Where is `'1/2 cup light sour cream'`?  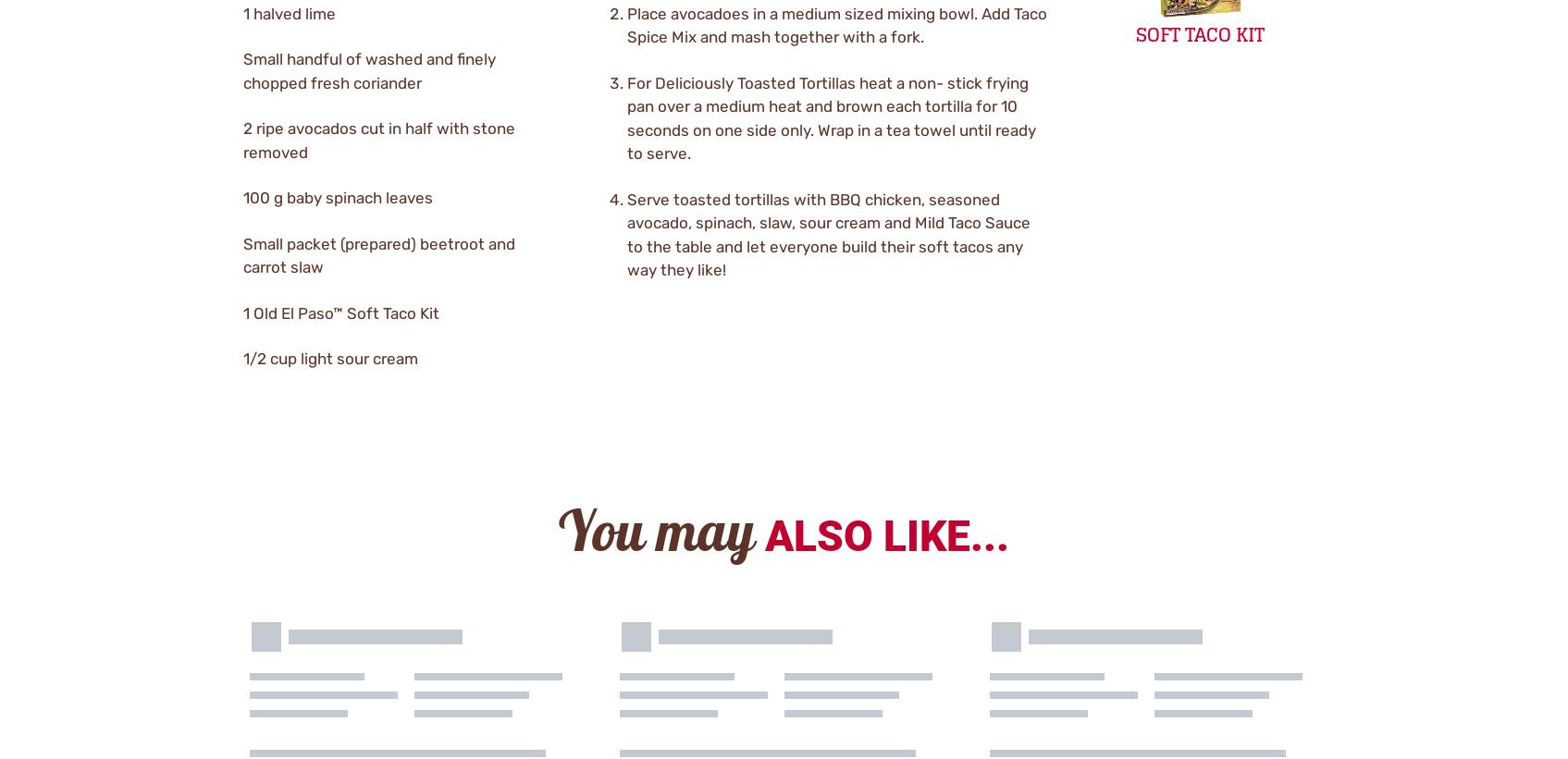
'1/2 cup light sour cream' is located at coordinates (328, 358).